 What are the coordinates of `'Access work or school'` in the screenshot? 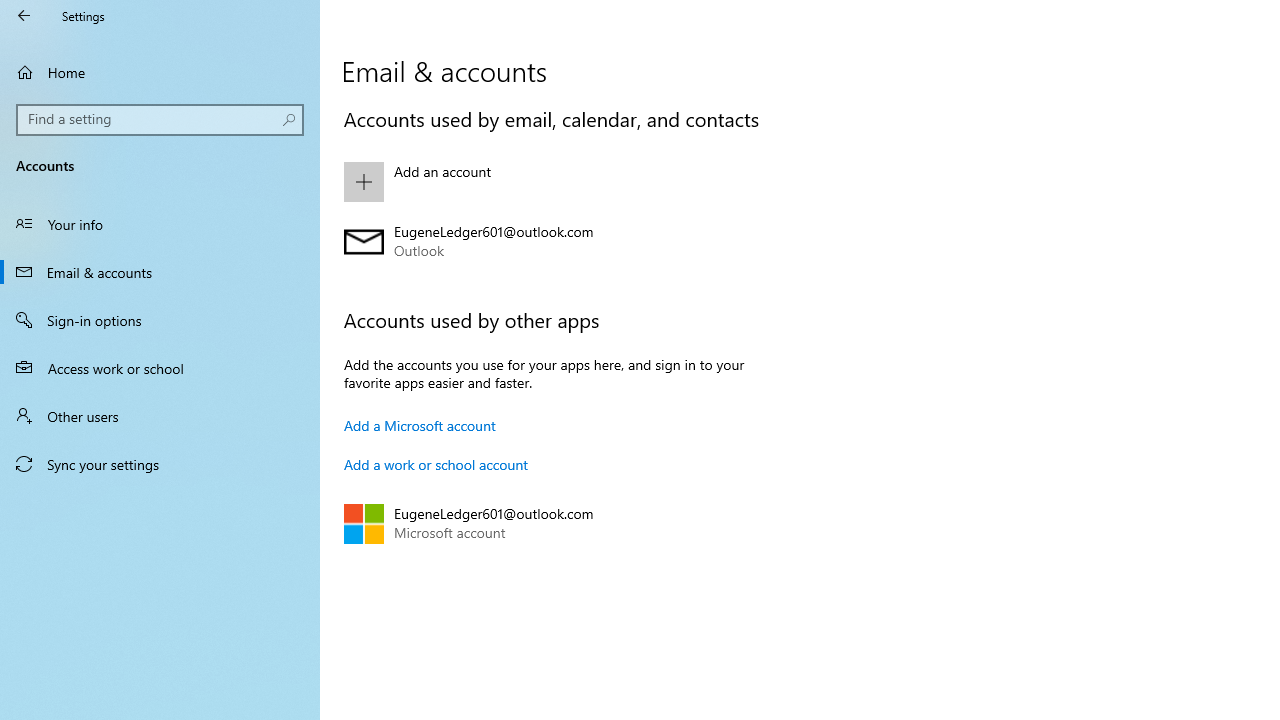 It's located at (160, 367).